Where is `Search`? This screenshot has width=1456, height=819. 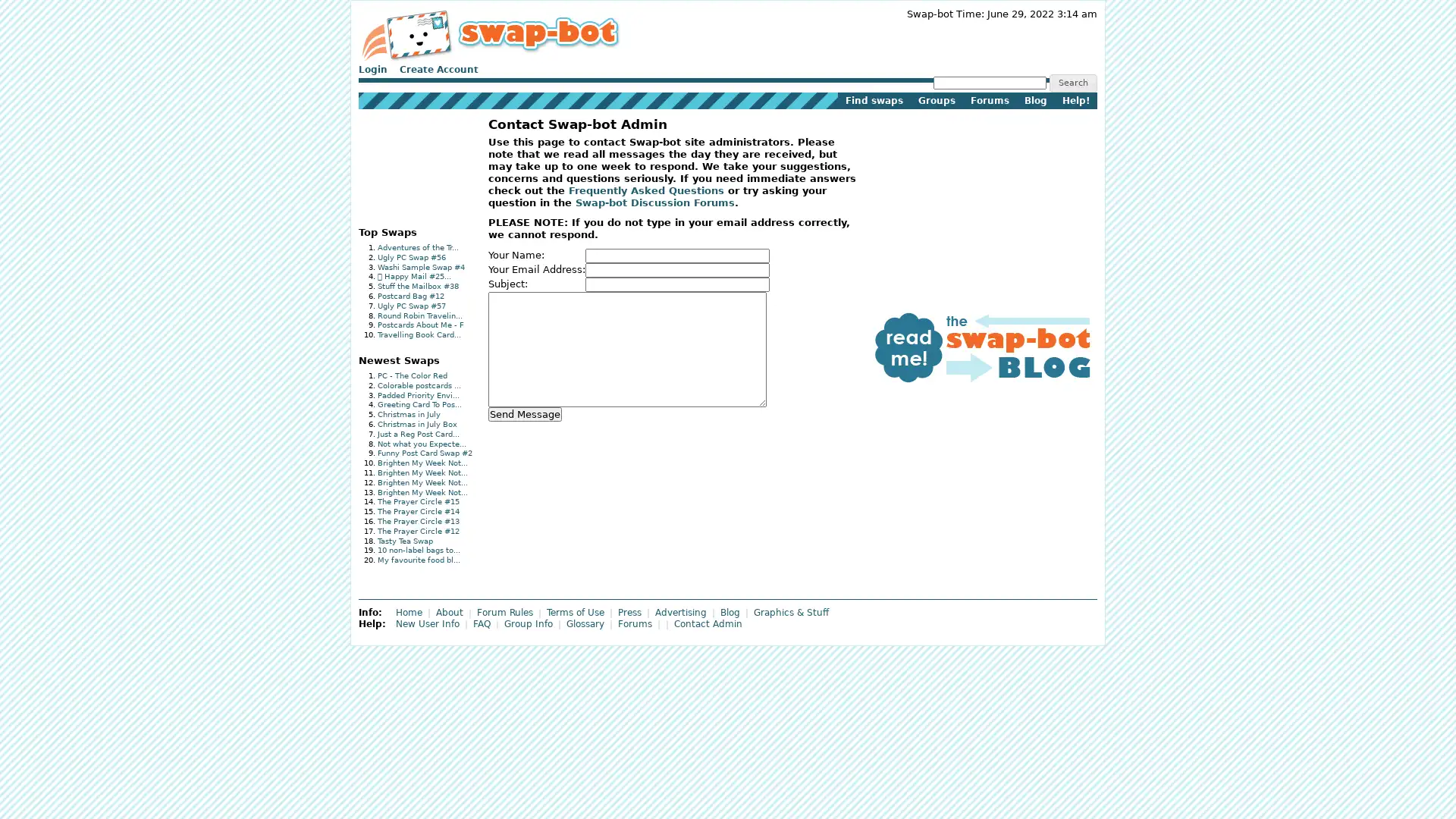 Search is located at coordinates (1072, 83).